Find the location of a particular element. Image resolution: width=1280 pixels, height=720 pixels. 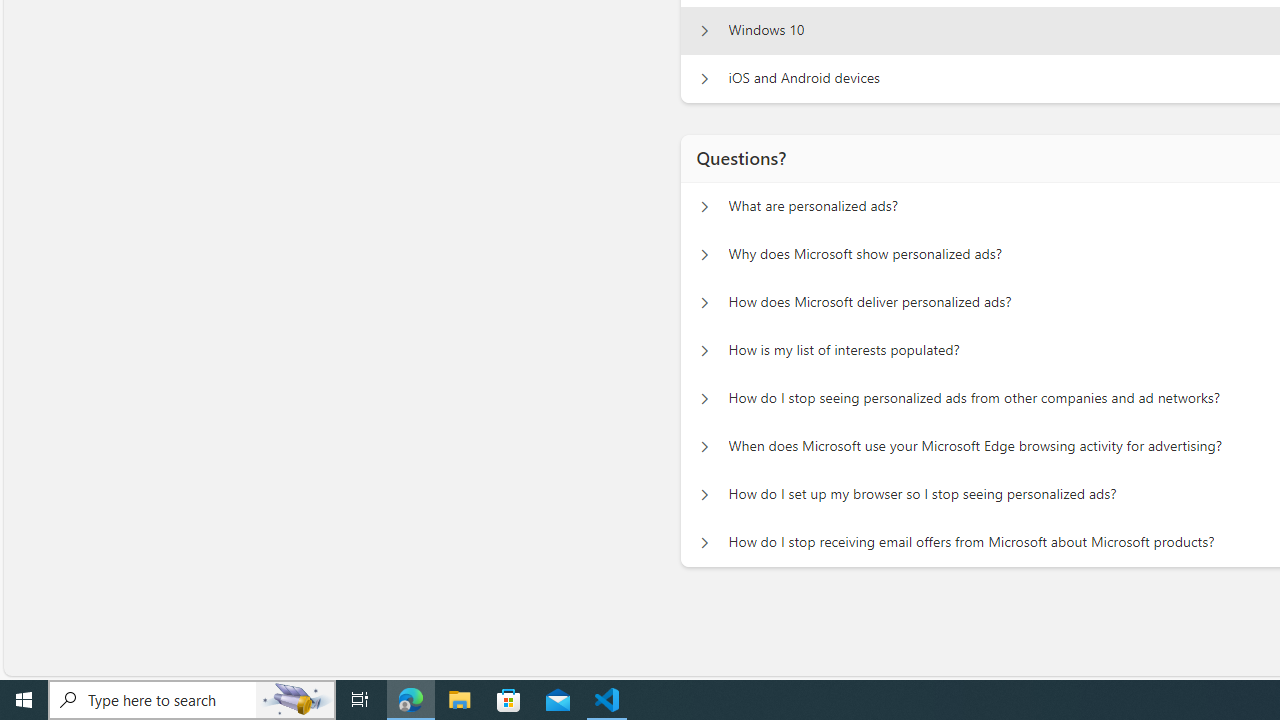

'Questions? Why does Microsoft show personalized ads?' is located at coordinates (704, 254).